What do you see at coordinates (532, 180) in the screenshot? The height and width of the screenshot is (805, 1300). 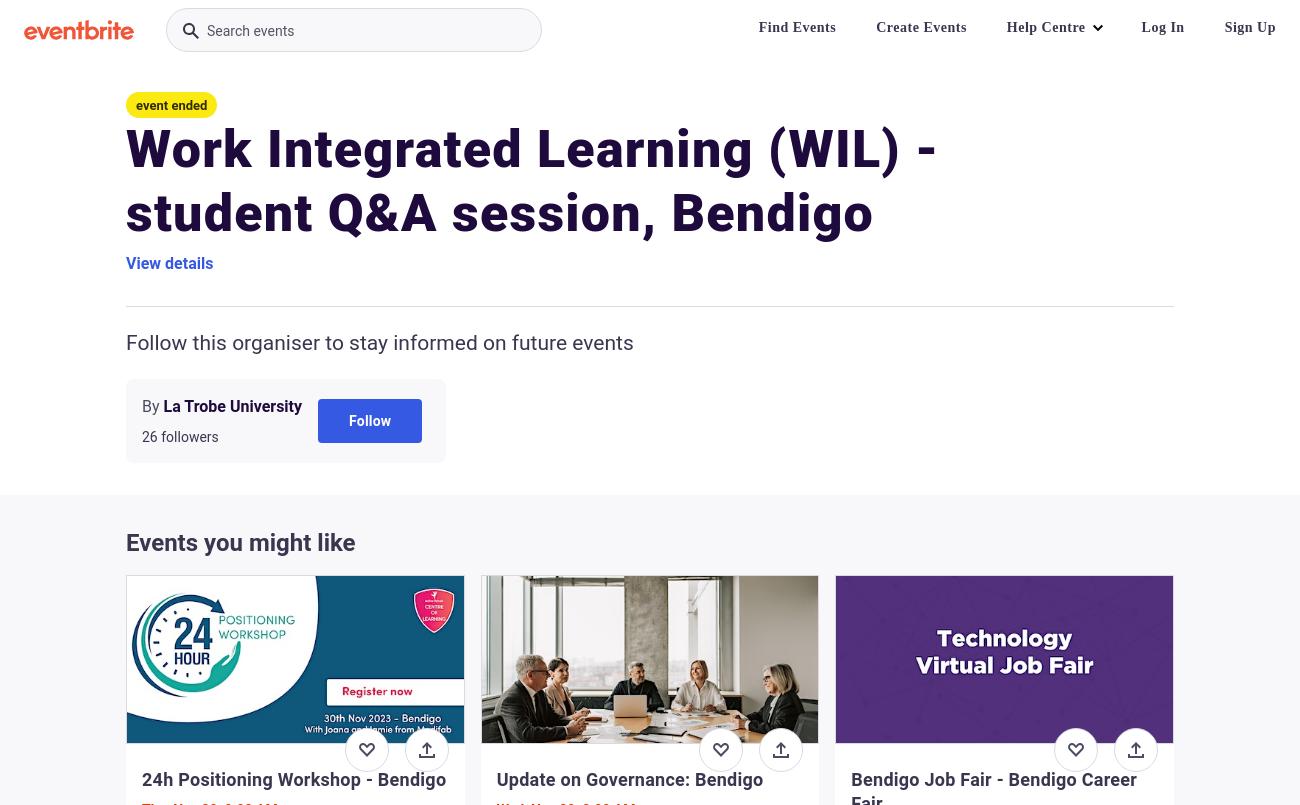 I see `'Work Integrated Learning (WIL) - student Q&A session, Bendigo'` at bounding box center [532, 180].